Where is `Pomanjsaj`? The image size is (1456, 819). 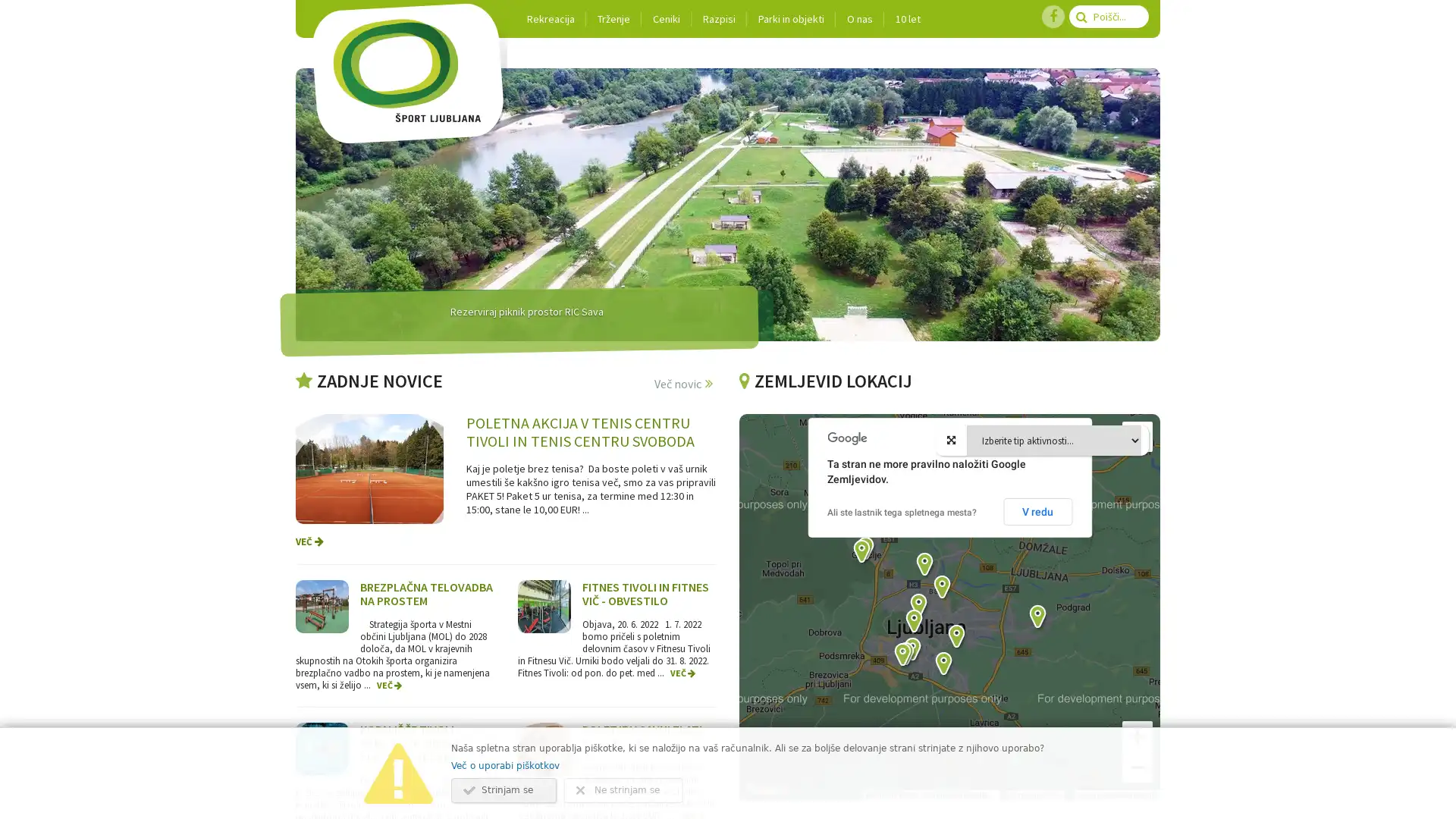
Pomanjsaj is located at coordinates (1137, 767).